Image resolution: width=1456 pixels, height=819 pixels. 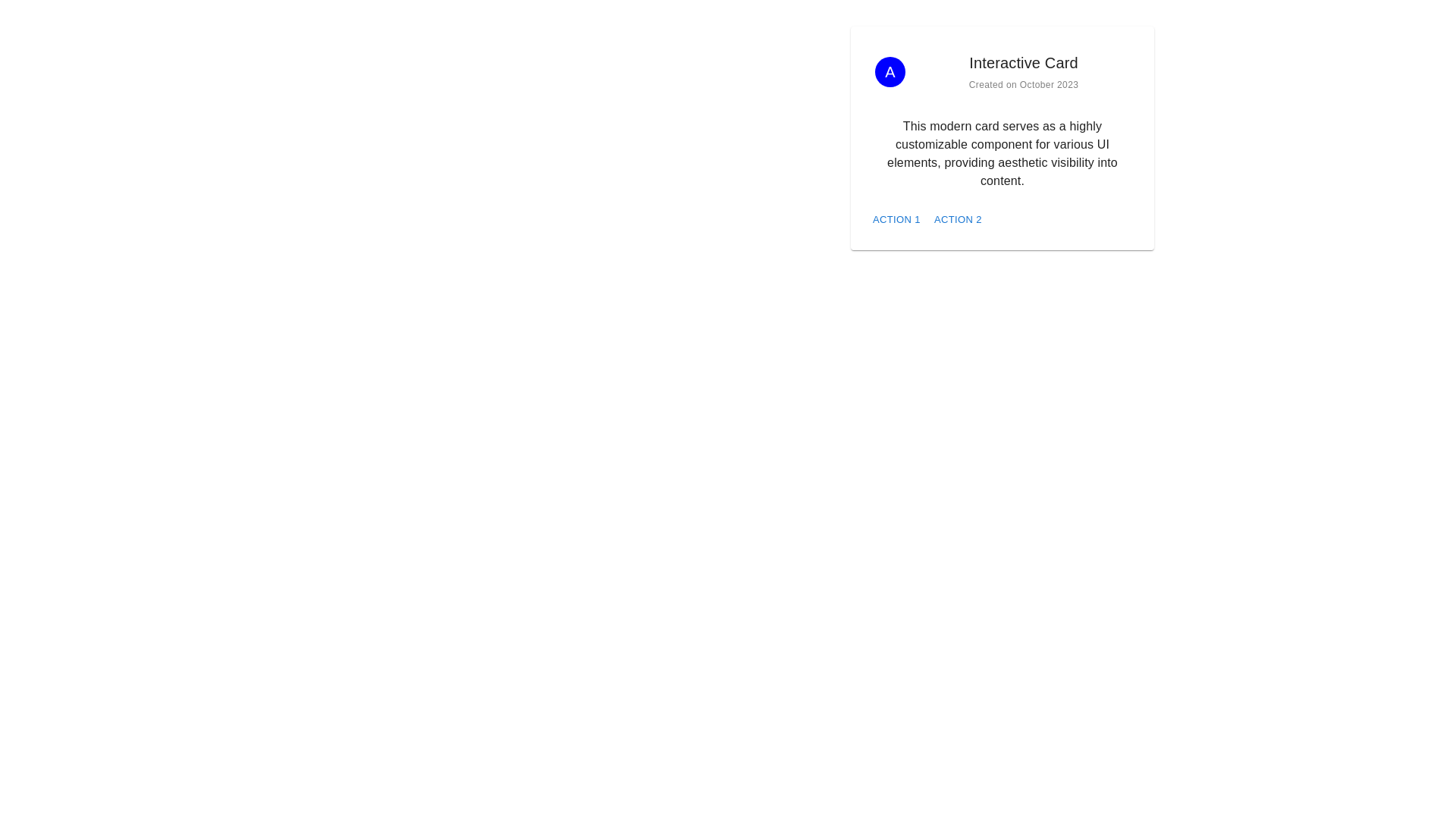 I want to click on the informational label that provides the creation date of the card, located at the bottom of the header section, below the 'Interactive Card' title, so click(x=1023, y=84).